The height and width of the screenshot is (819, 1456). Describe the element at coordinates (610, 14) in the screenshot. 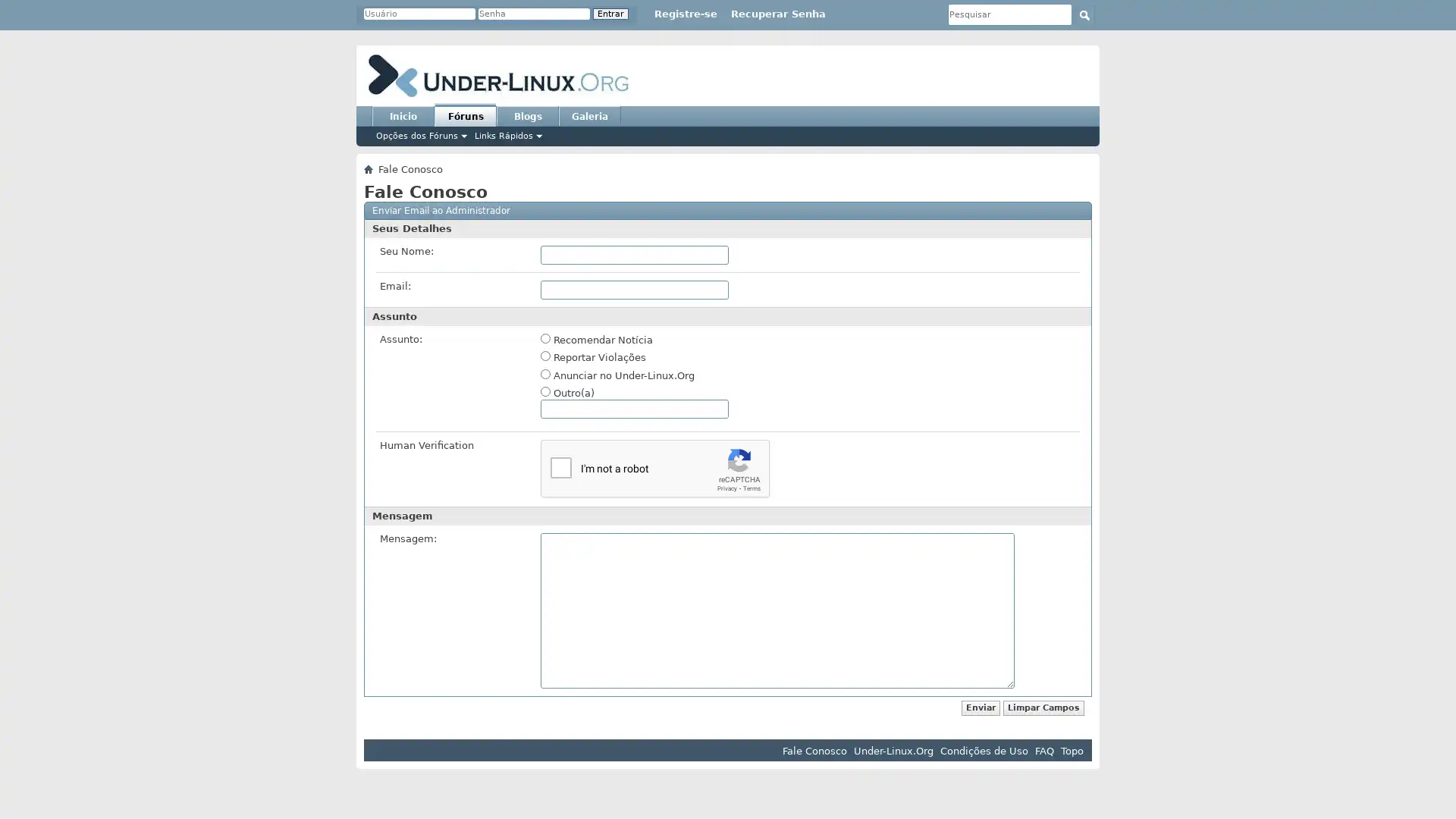

I see `Entrar` at that location.